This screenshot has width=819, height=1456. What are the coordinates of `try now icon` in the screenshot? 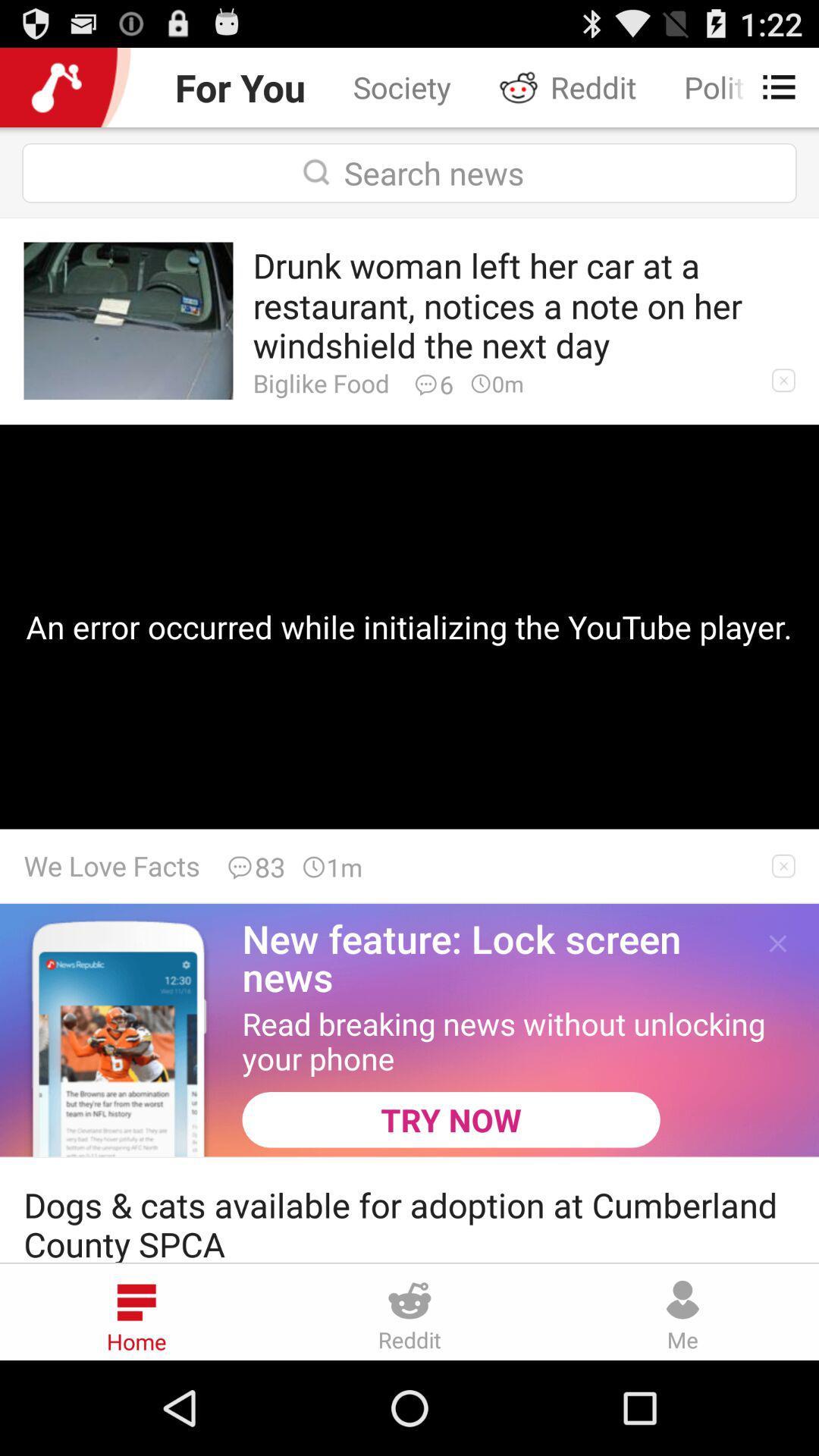 It's located at (450, 1119).